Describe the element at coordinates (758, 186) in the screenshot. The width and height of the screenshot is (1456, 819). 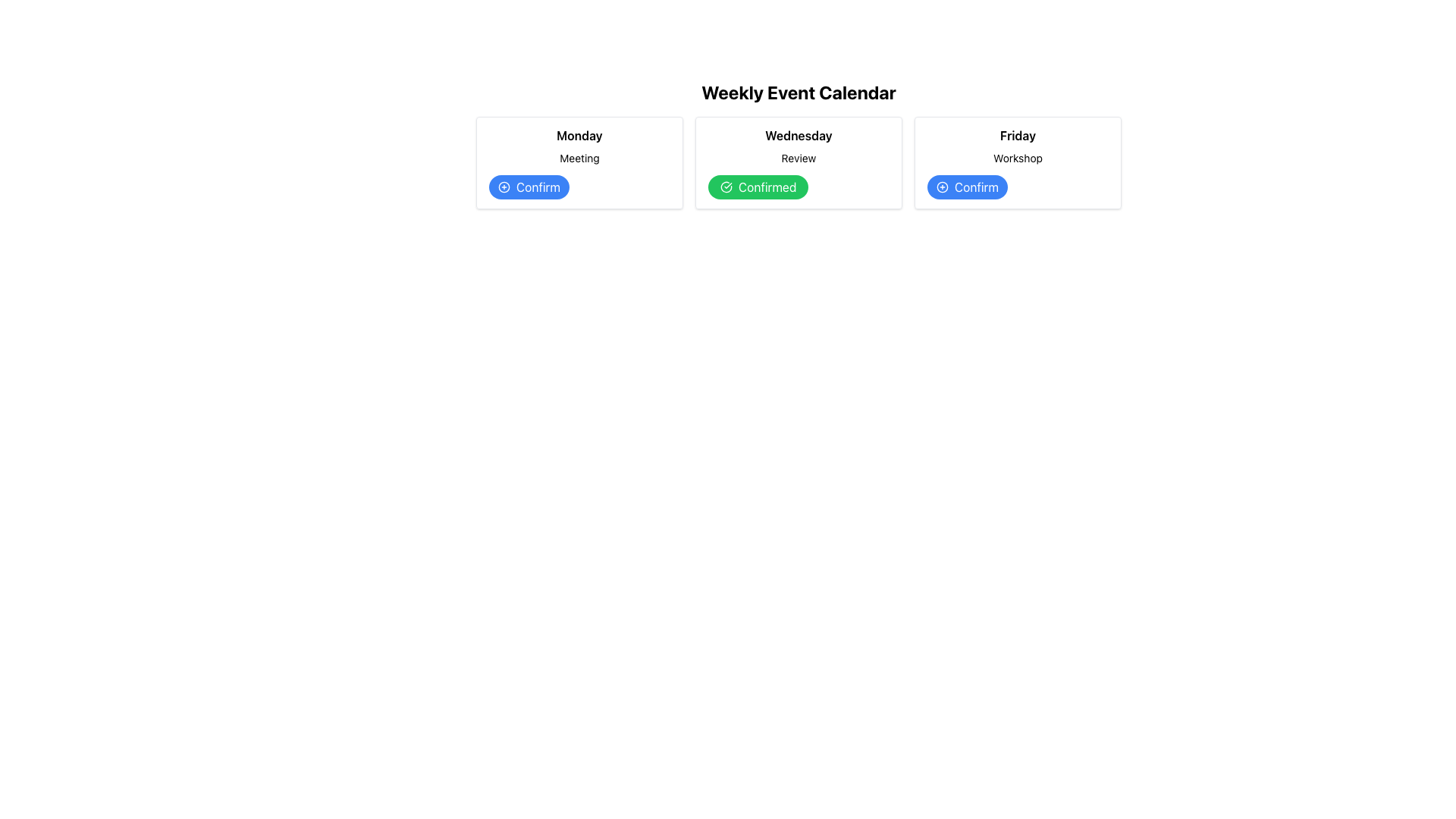
I see `the Status Indicator button labeled 'Confirmed' with a green background and checkmark icon, located in the Wednesday section of the Weekly Event Calendar interface` at that location.